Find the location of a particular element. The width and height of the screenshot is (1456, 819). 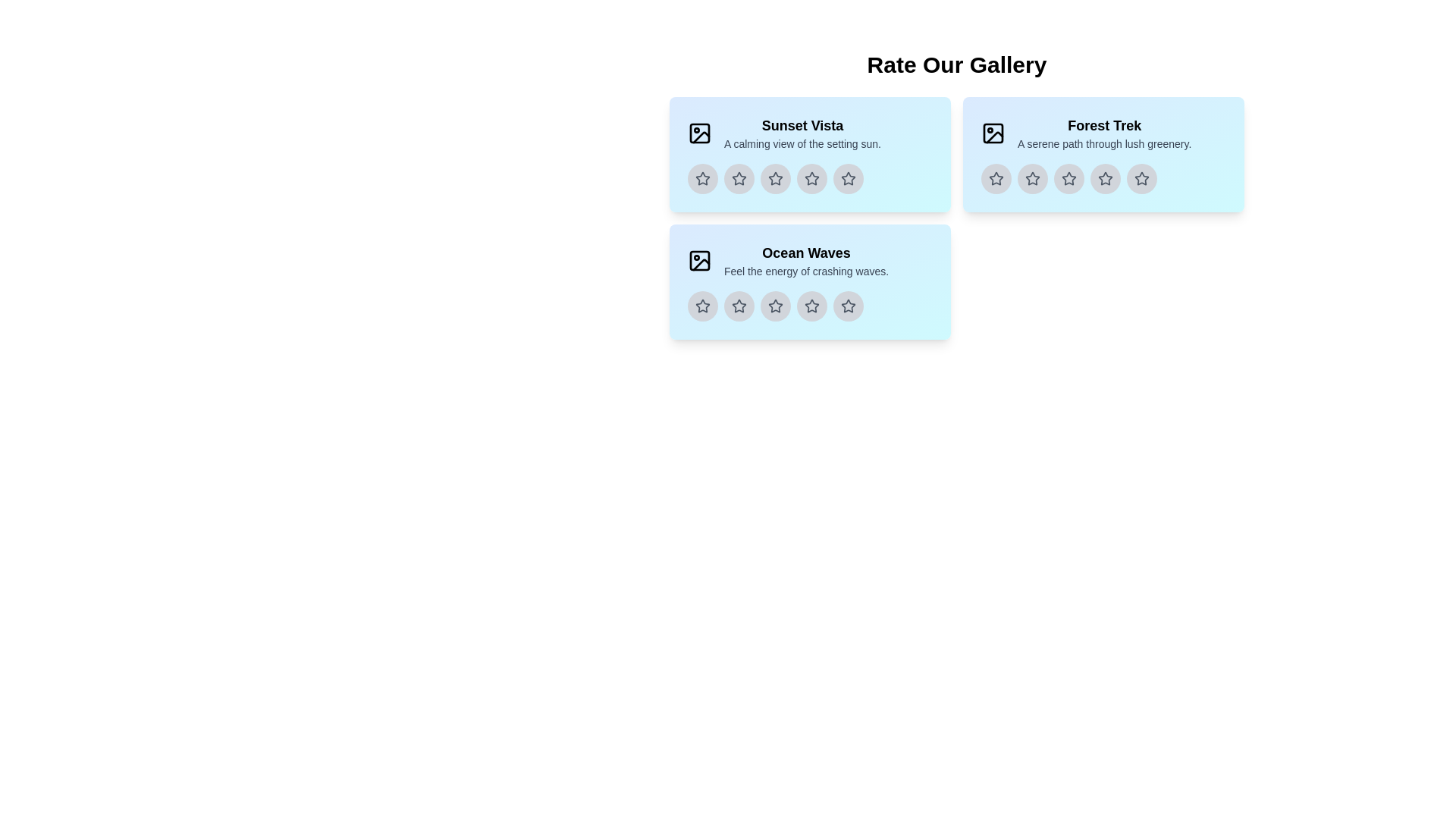

the third star button in the 'Forest Trek' rating row, which is a circular button with a star icon is located at coordinates (1068, 177).